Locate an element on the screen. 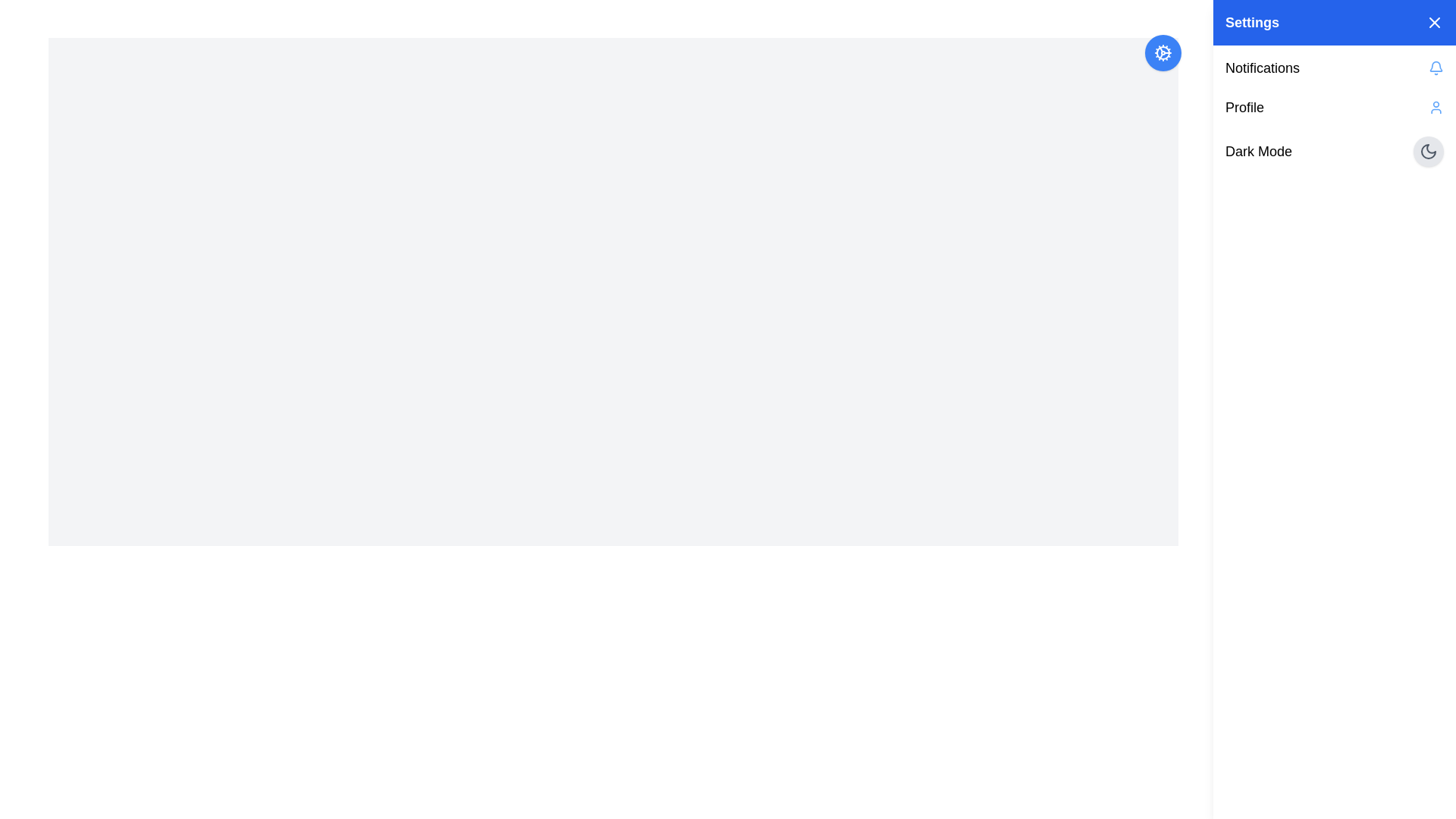 This screenshot has height=819, width=1456. the bold 'Settings' text label, which is styled with a white font on a blue background, located centrally in the top bar of the right-side settings panel is located at coordinates (1252, 23).